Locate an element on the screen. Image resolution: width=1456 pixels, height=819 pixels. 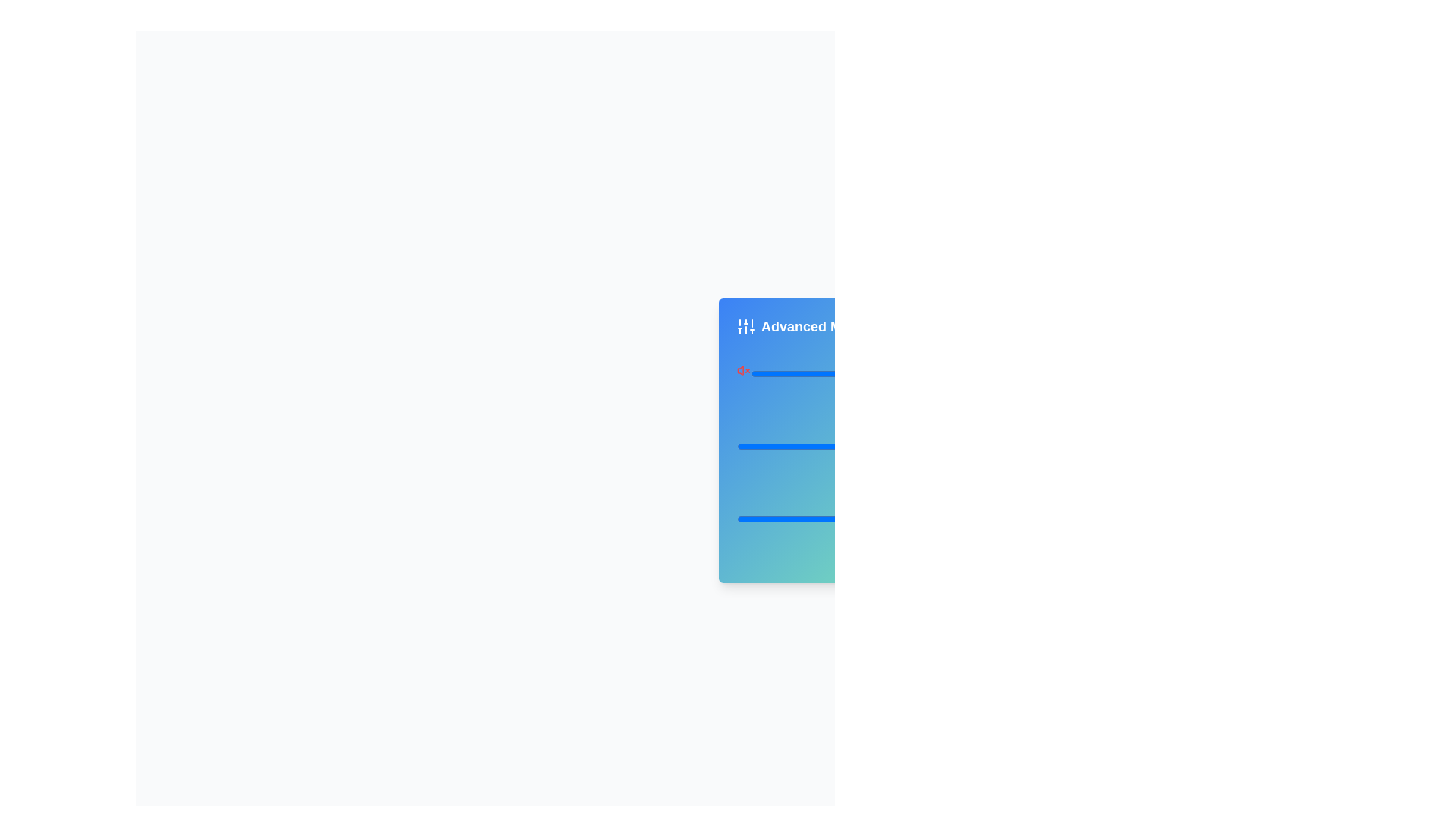
the slider is located at coordinates (869, 374).